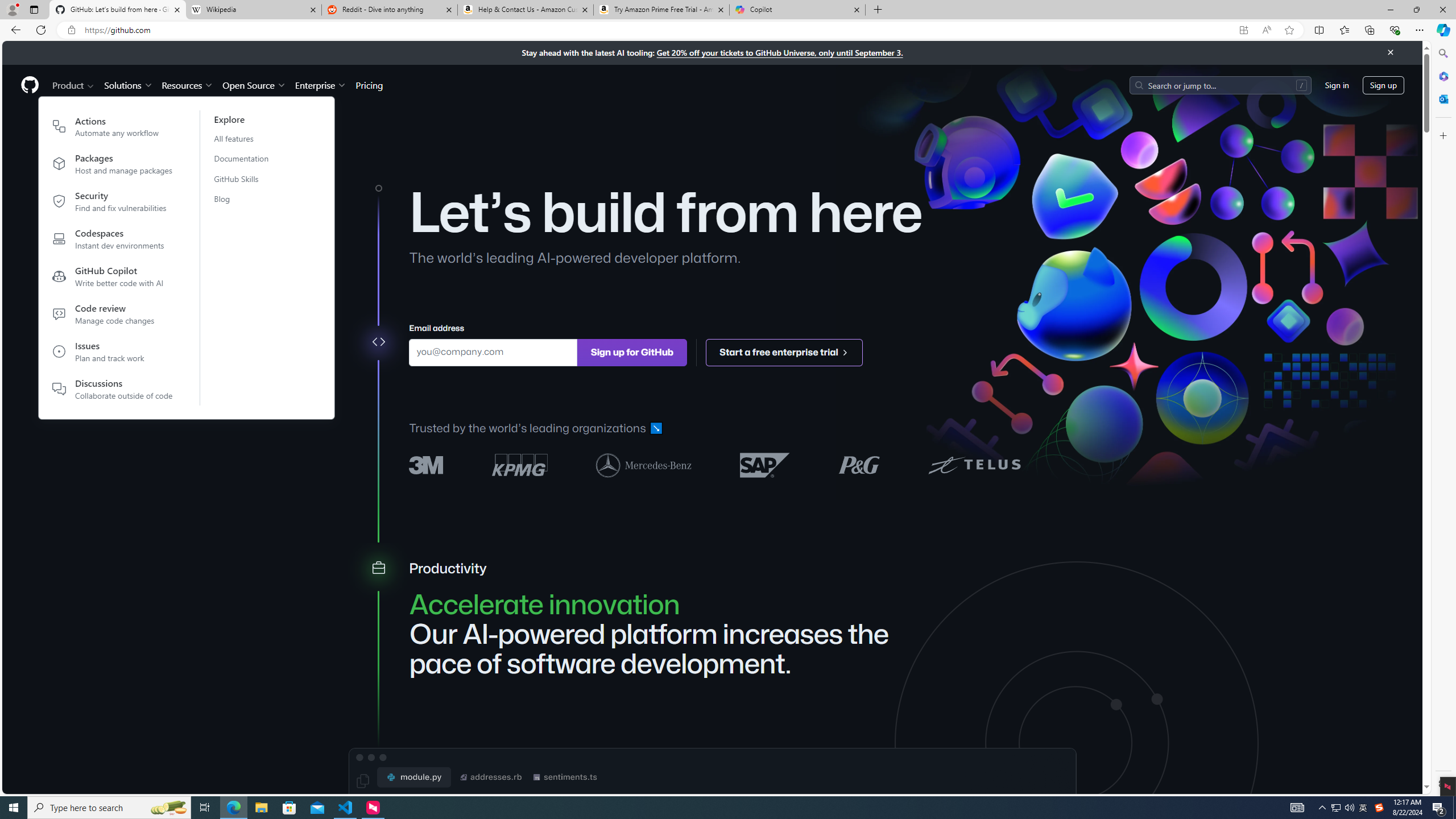  I want to click on 'GitHub CopilotWrite better code with AI', so click(112, 279).